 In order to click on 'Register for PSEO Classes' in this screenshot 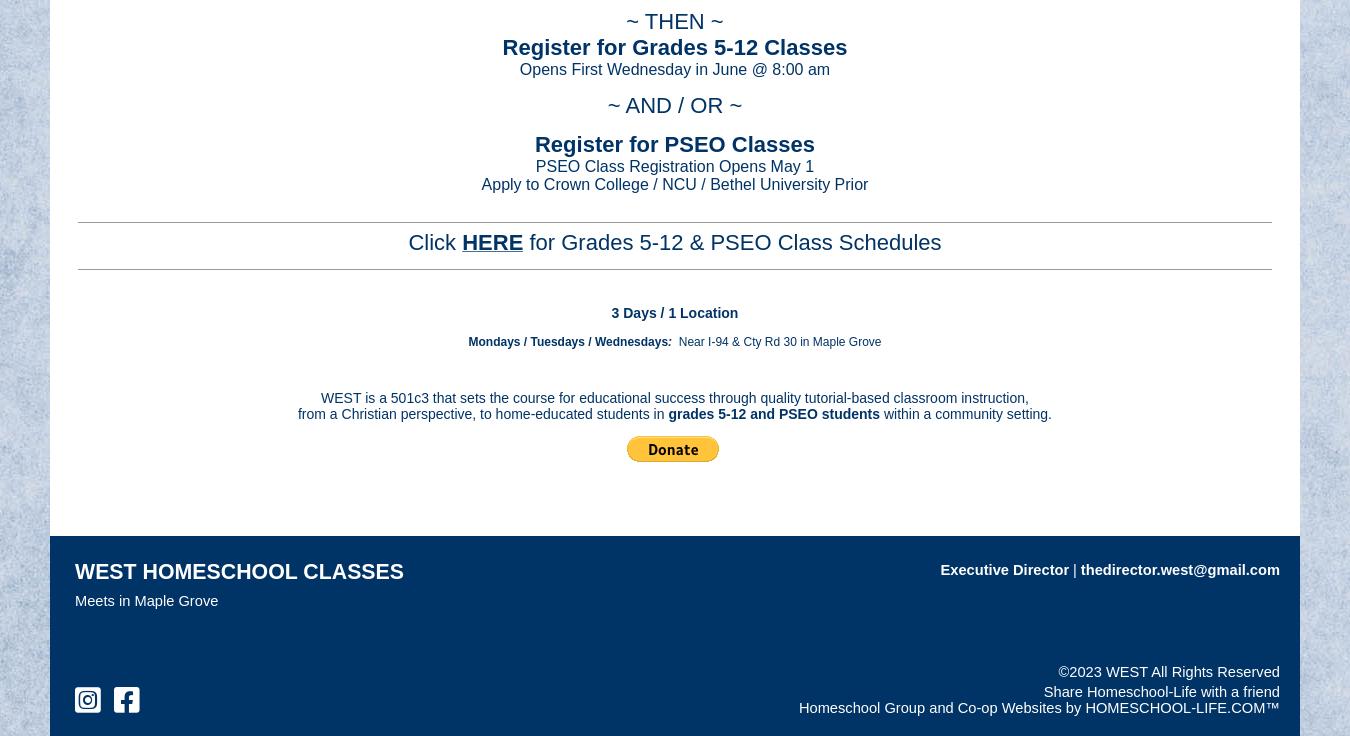, I will do `click(674, 143)`.